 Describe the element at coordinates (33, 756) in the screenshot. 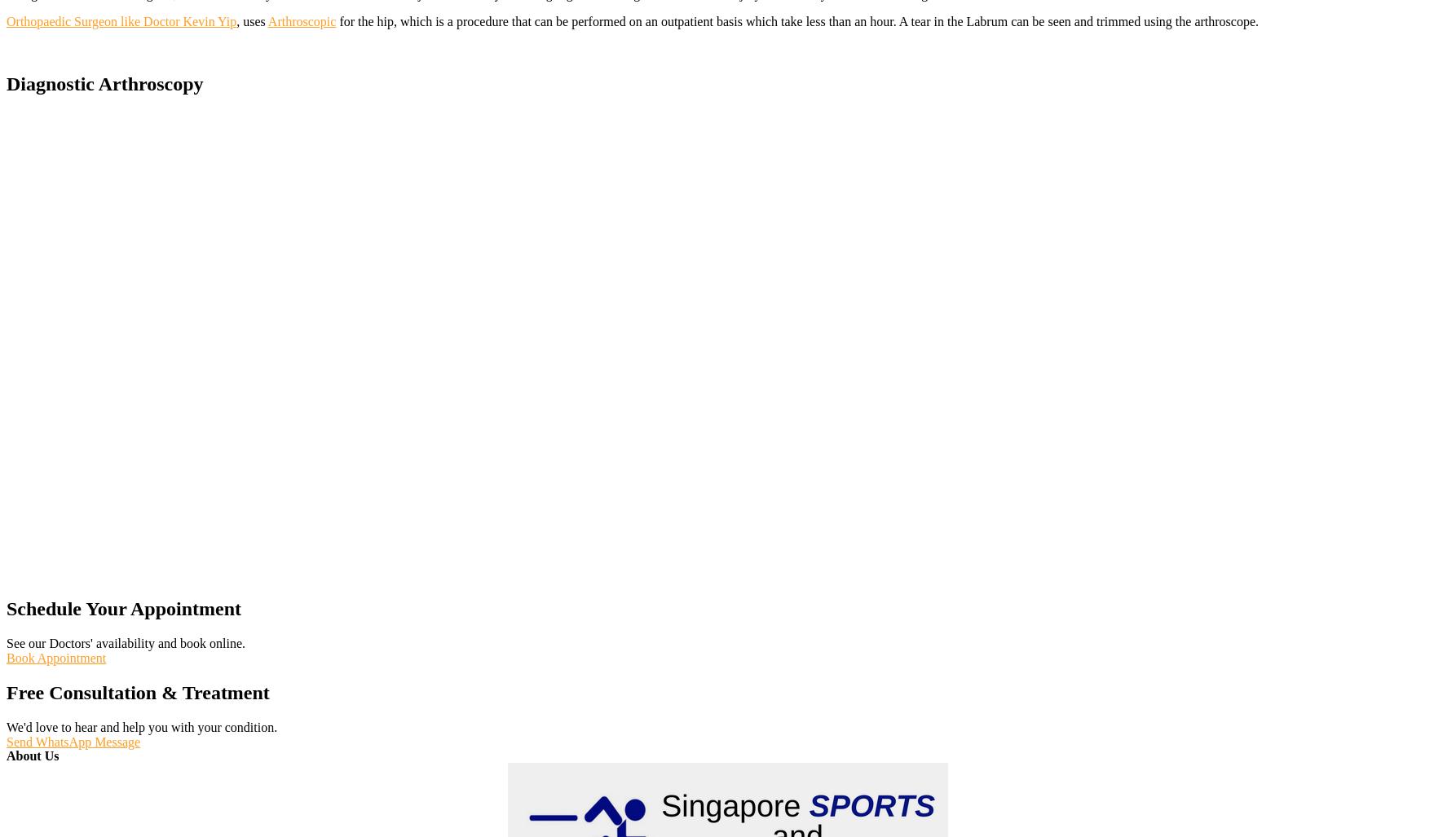

I see `'About Us'` at that location.